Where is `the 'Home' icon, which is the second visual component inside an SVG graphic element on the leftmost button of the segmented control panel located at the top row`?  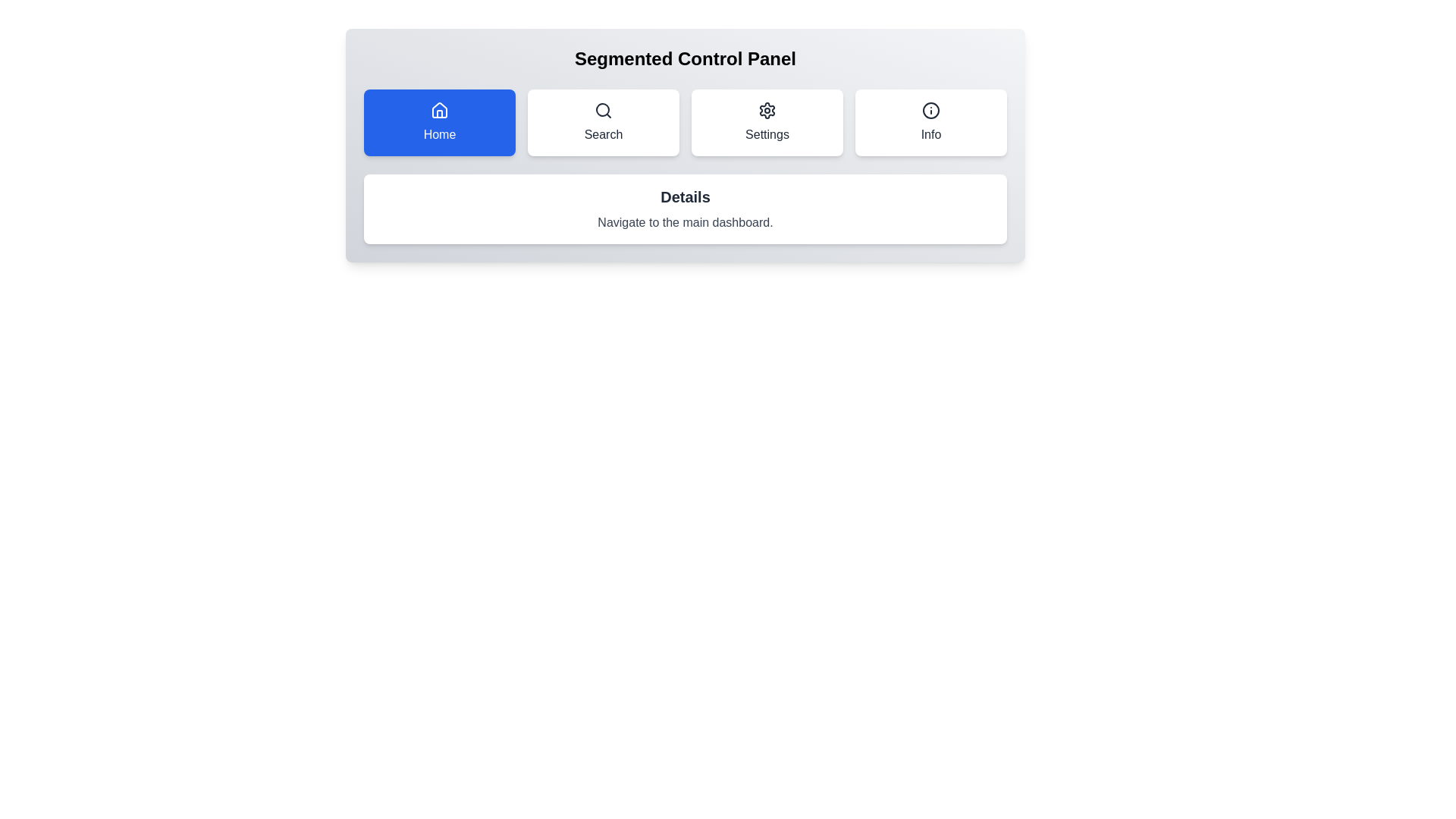 the 'Home' icon, which is the second visual component inside an SVG graphic element on the leftmost button of the segmented control panel located at the top row is located at coordinates (439, 109).